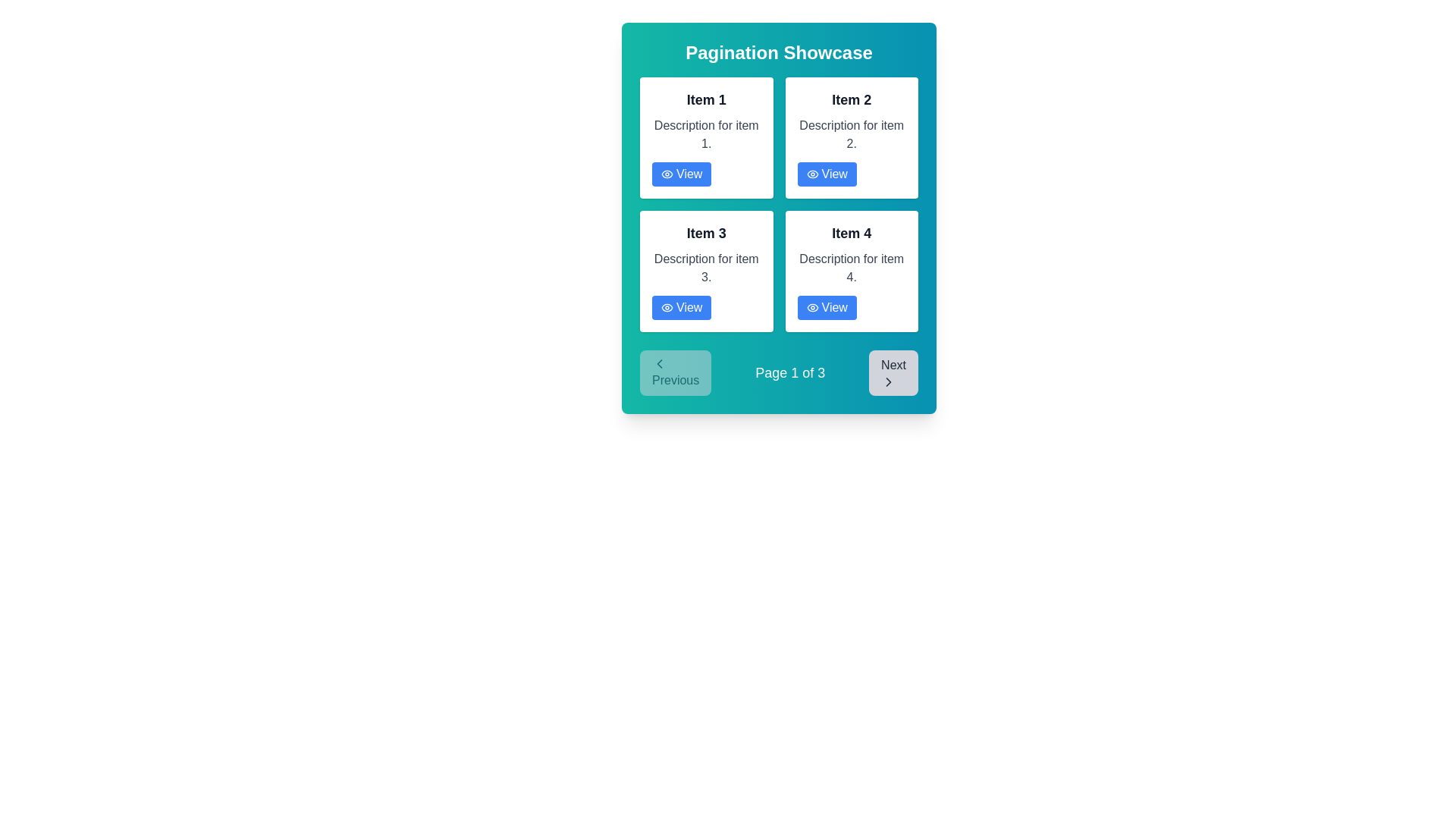  Describe the element at coordinates (826, 174) in the screenshot. I see `the 'View' button with a blue background and white text, which includes an eye icon to the left of the text` at that location.